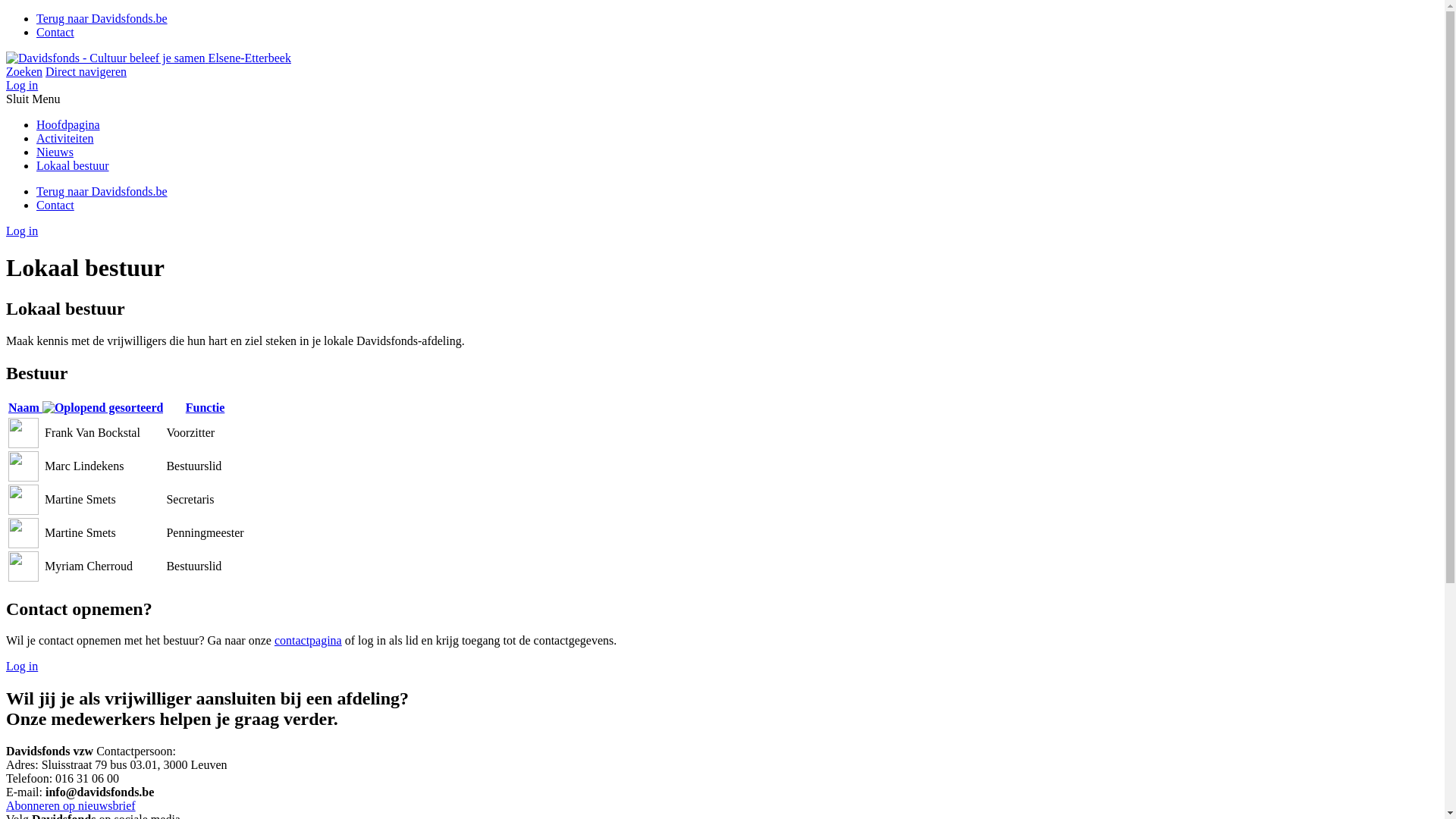  Describe the element at coordinates (85, 406) in the screenshot. I see `'Naam'` at that location.